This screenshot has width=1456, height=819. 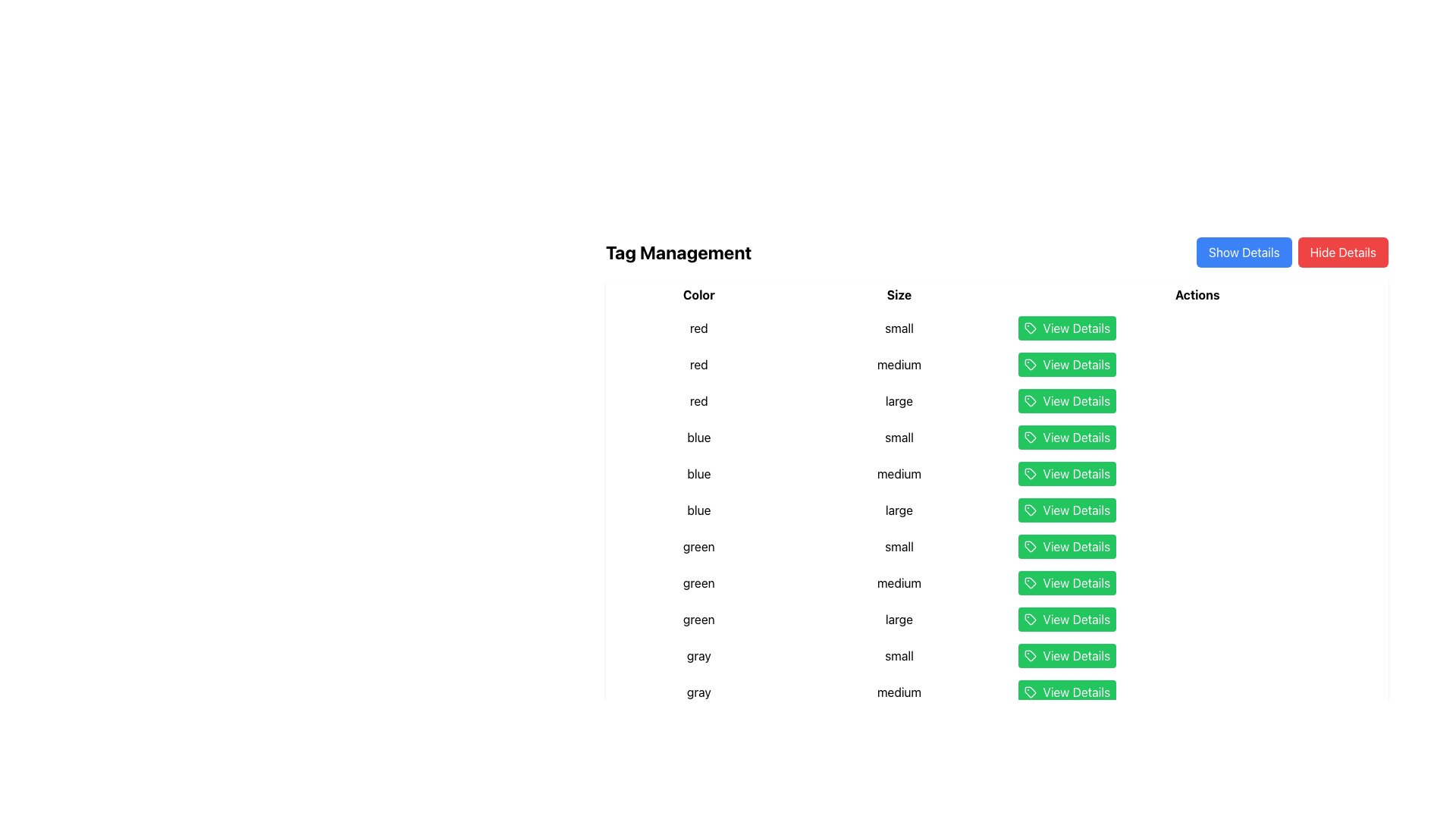 I want to click on the first table row displaying 'green', 'small', and a green button labeled 'View Details', so click(x=997, y=547).